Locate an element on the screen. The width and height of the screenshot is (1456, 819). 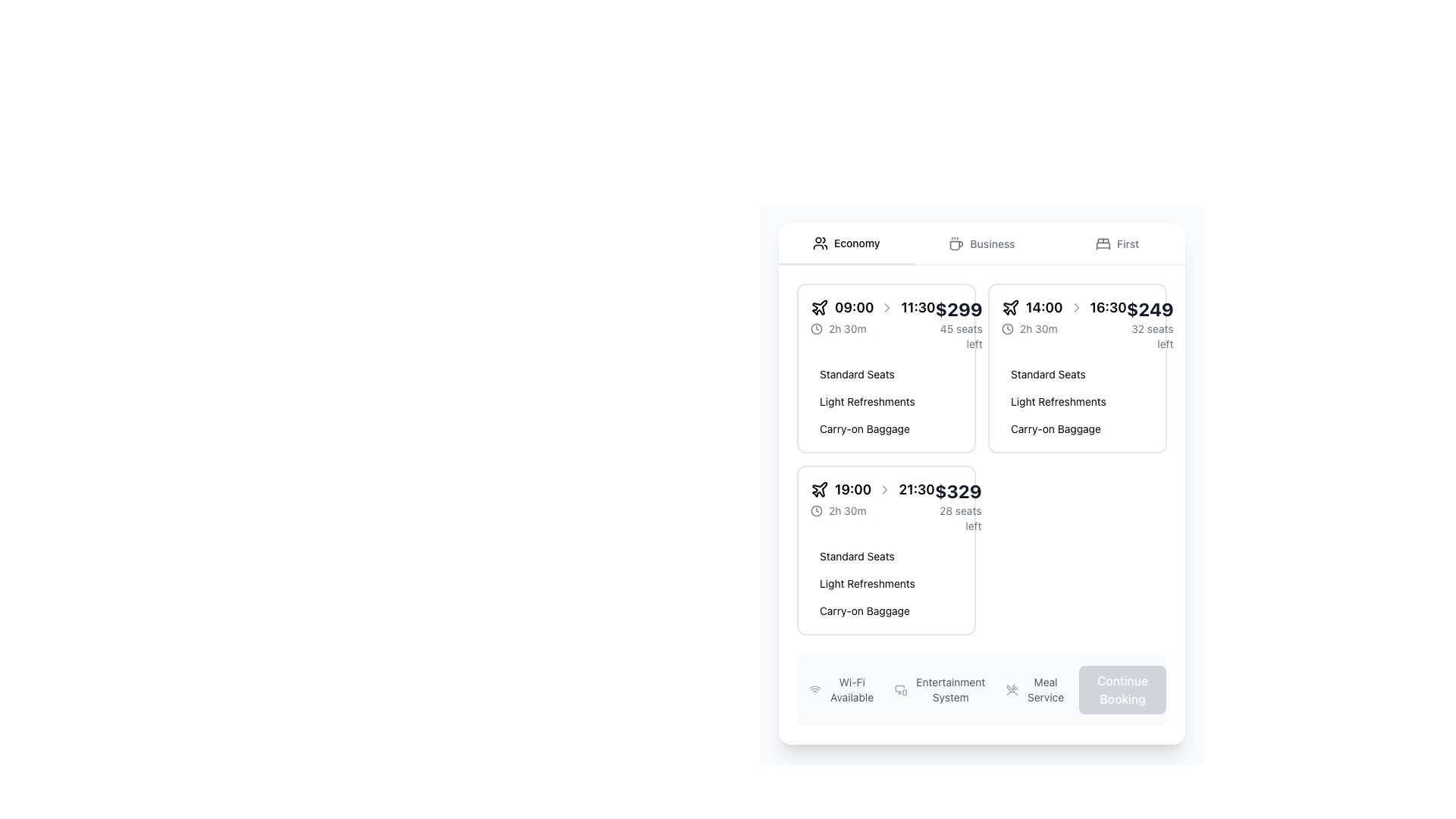
the chevron icon pointing to the right, which is styled with a gray outline and is located between the start time '19:00' and the end time '21:30' in the time information row is located at coordinates (885, 489).